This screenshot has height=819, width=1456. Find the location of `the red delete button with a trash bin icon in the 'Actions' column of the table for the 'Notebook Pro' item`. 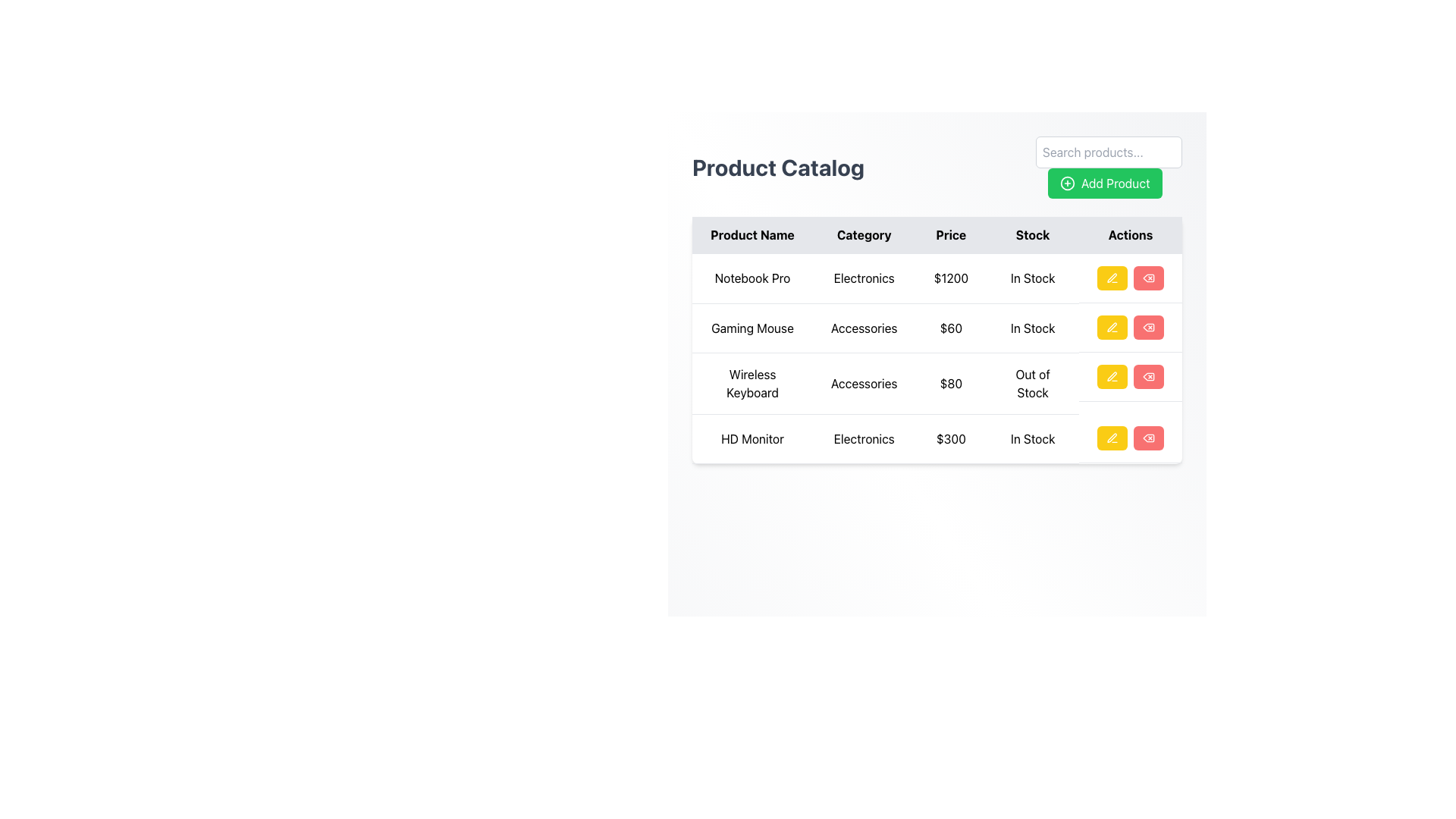

the red delete button with a trash bin icon in the 'Actions' column of the table for the 'Notebook Pro' item is located at coordinates (1149, 278).